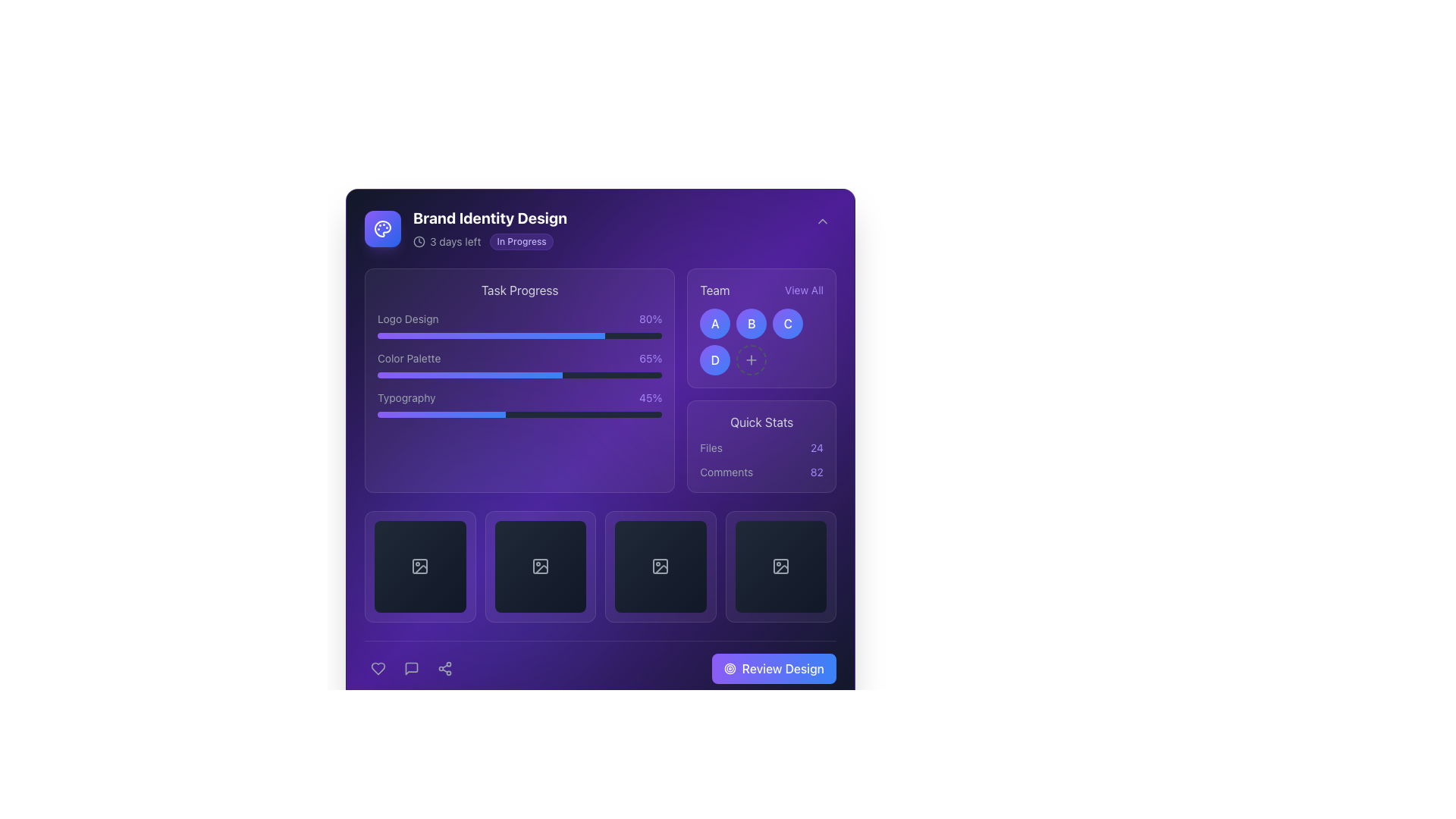 This screenshot has width=1456, height=819. What do you see at coordinates (752, 323) in the screenshot?
I see `the second circular badge labeled 'B' in the row under the 'Team' heading, located on the right side of the interface` at bounding box center [752, 323].